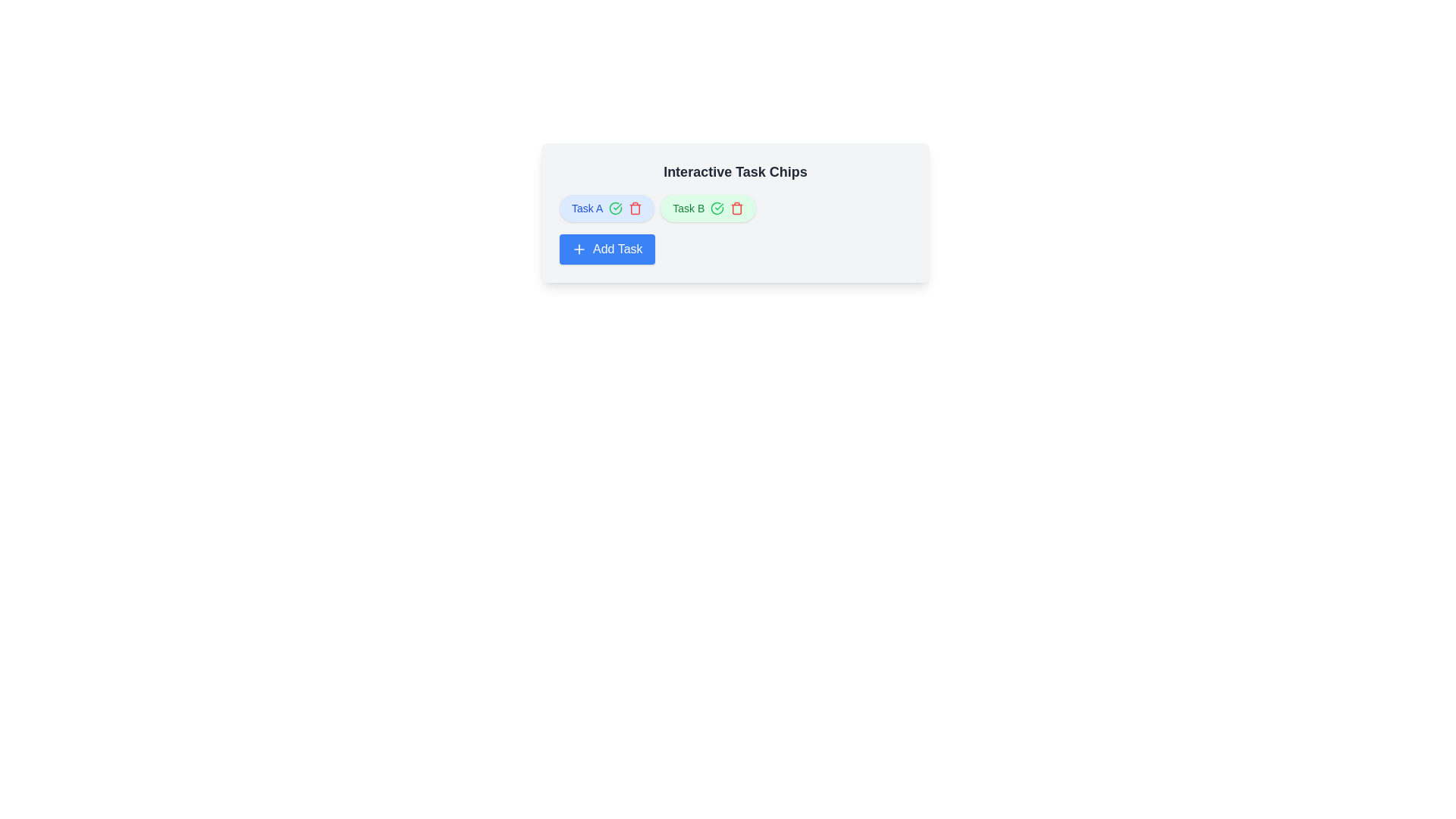  I want to click on the green circular button with a checkmark inside, located to the right of the 'Task B' label, to confirm the task, so click(717, 208).